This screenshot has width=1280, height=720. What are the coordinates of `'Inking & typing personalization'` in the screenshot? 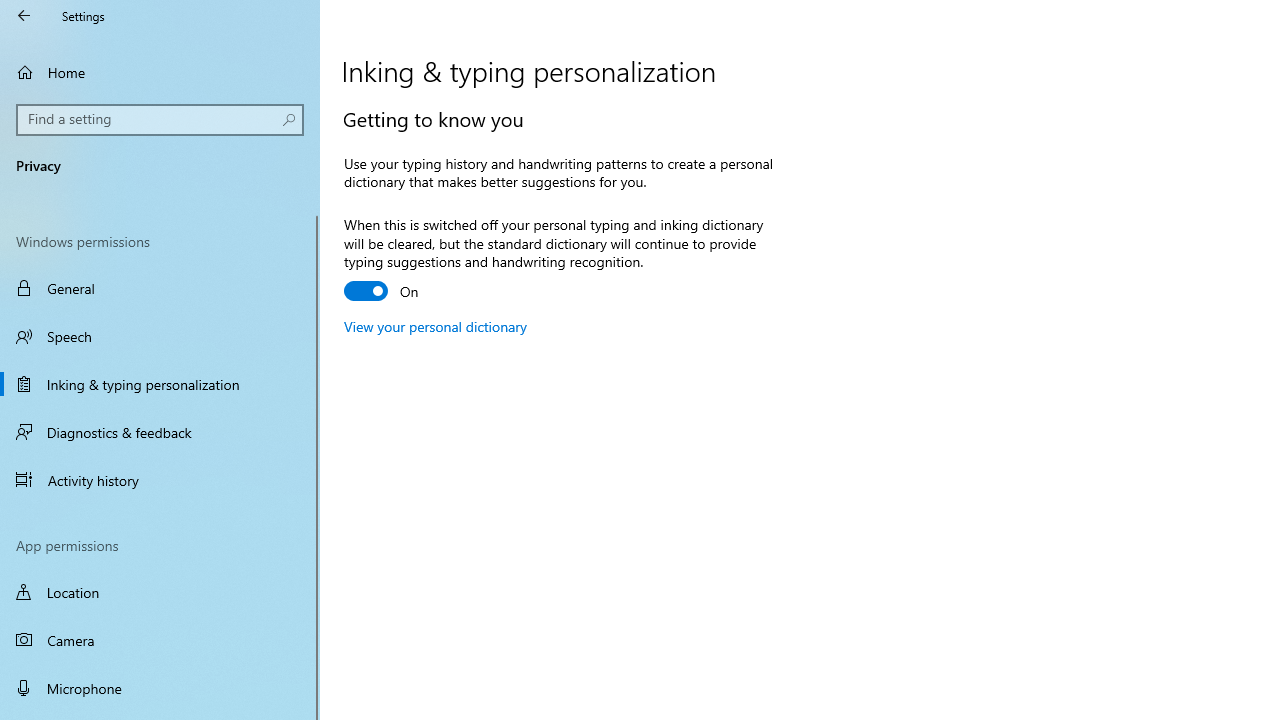 It's located at (160, 384).